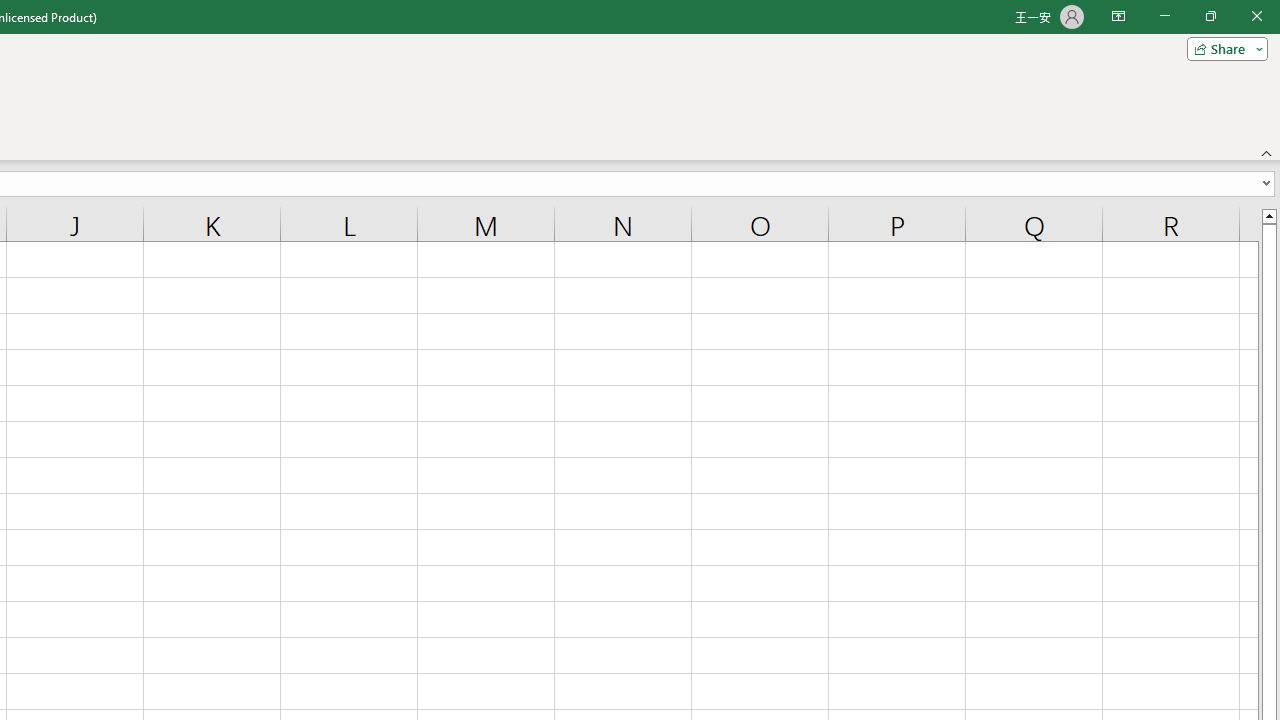 This screenshot has width=1280, height=720. What do you see at coordinates (1222, 47) in the screenshot?
I see `'Share'` at bounding box center [1222, 47].